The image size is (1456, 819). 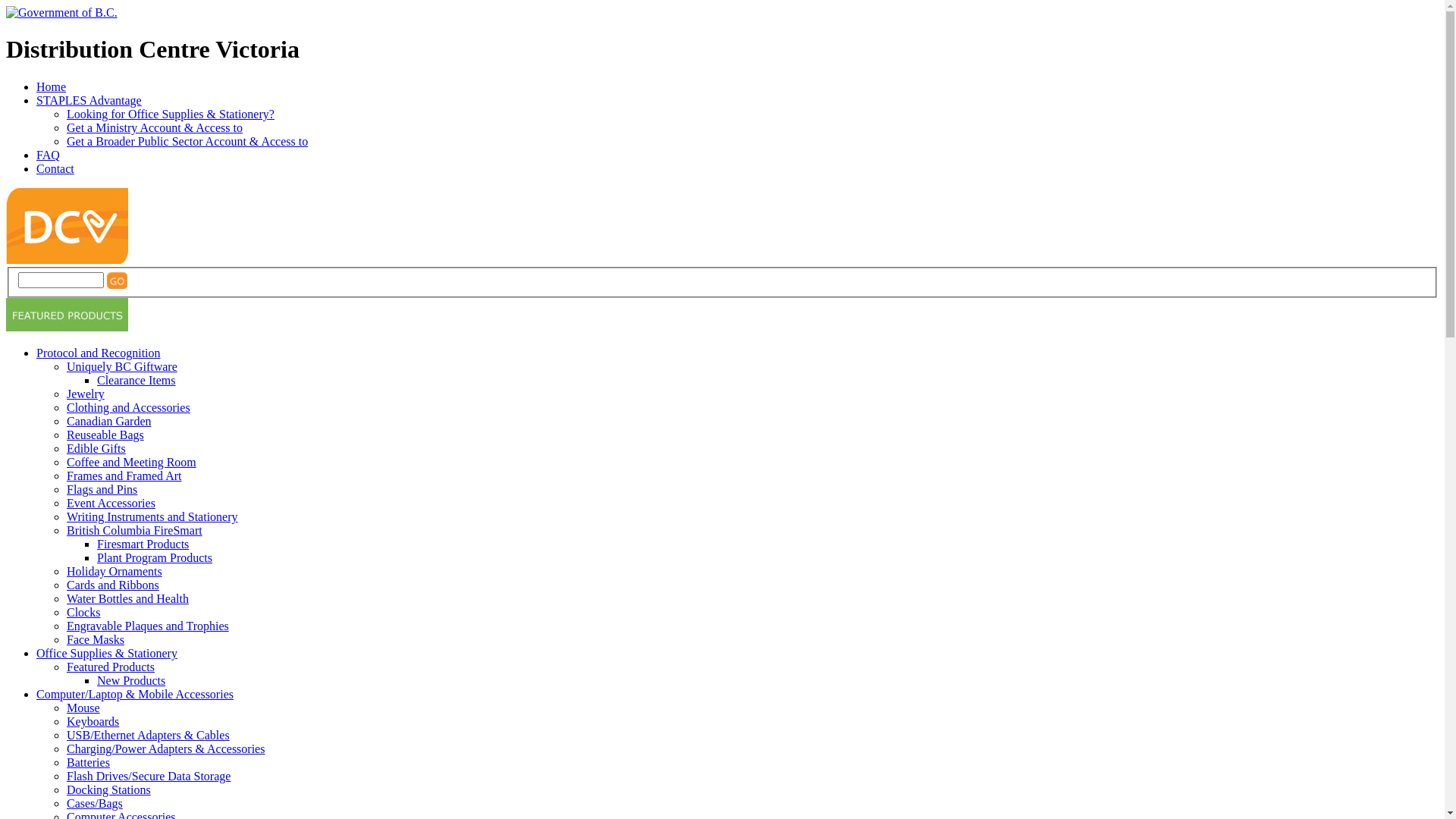 I want to click on 'Canadian Garden', so click(x=108, y=421).